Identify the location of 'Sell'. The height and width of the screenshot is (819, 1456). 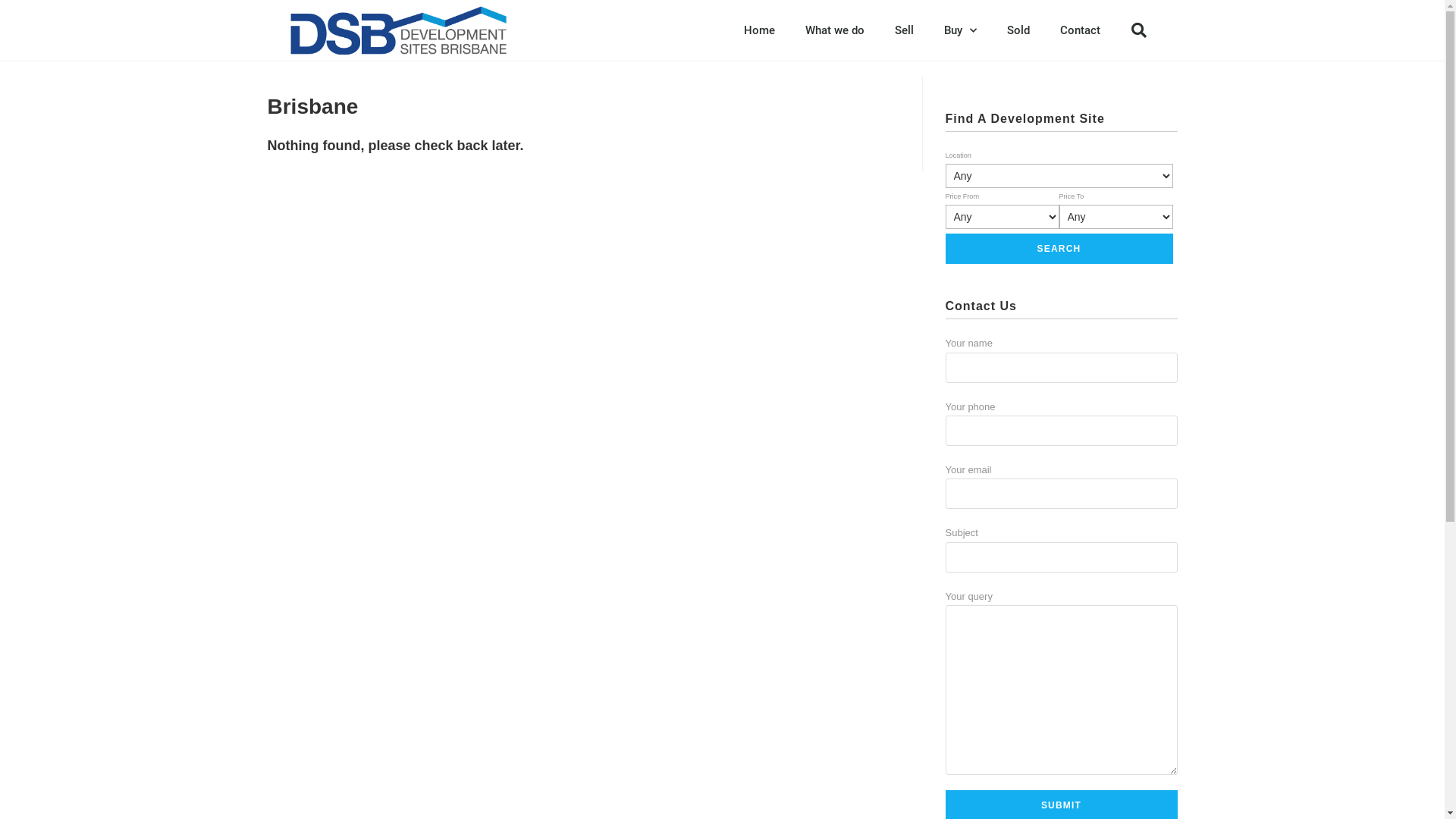
(904, 30).